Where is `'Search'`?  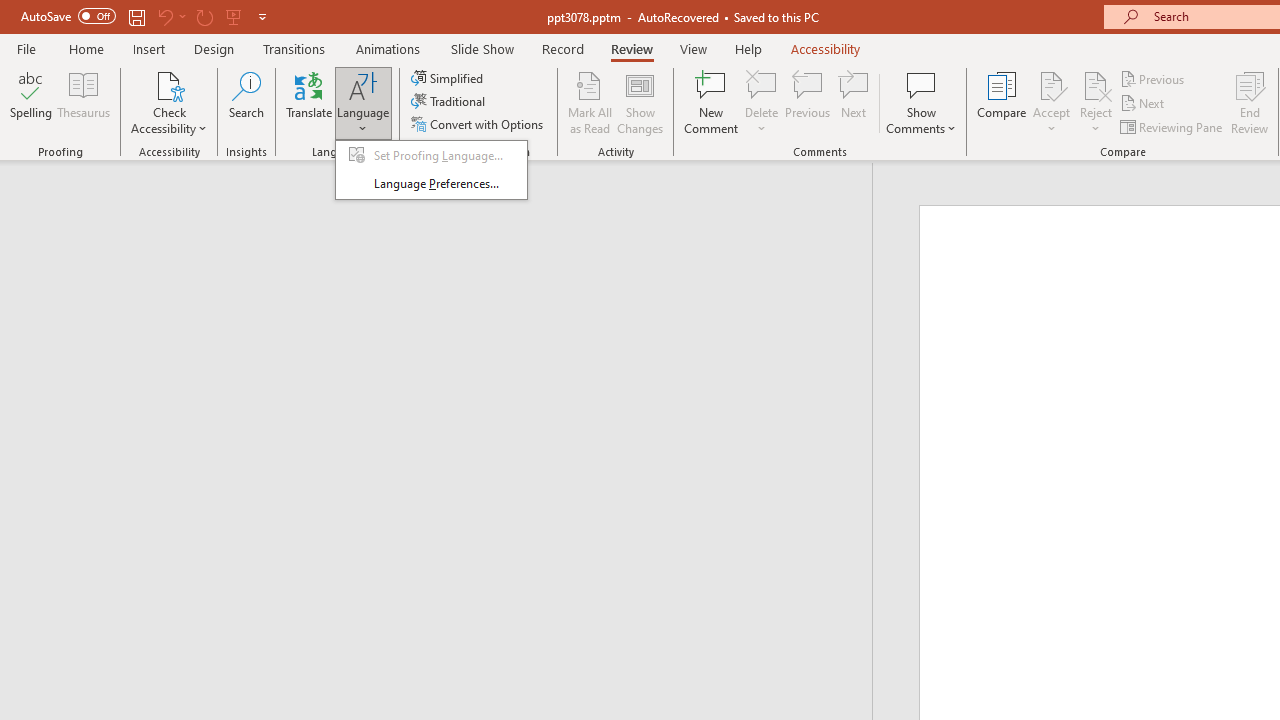 'Search' is located at coordinates (246, 103).